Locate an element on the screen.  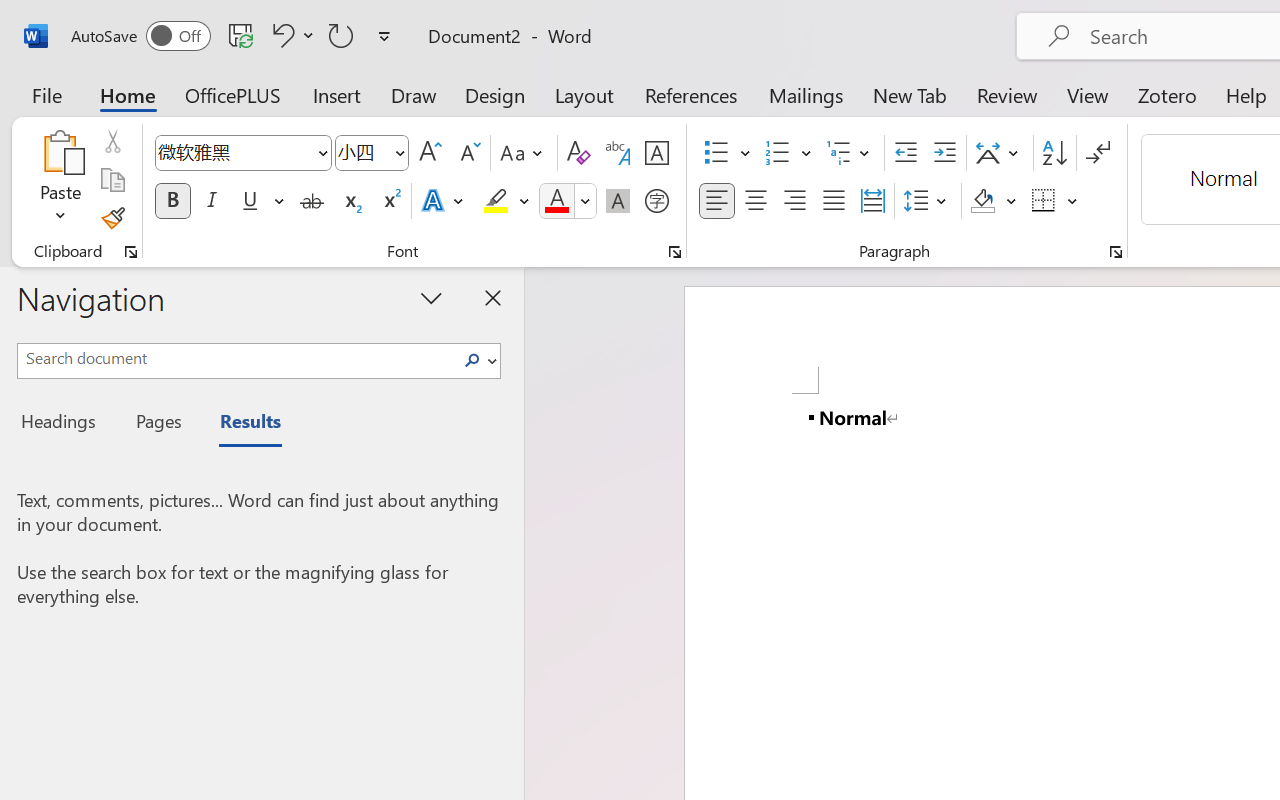
'Design' is located at coordinates (495, 94).